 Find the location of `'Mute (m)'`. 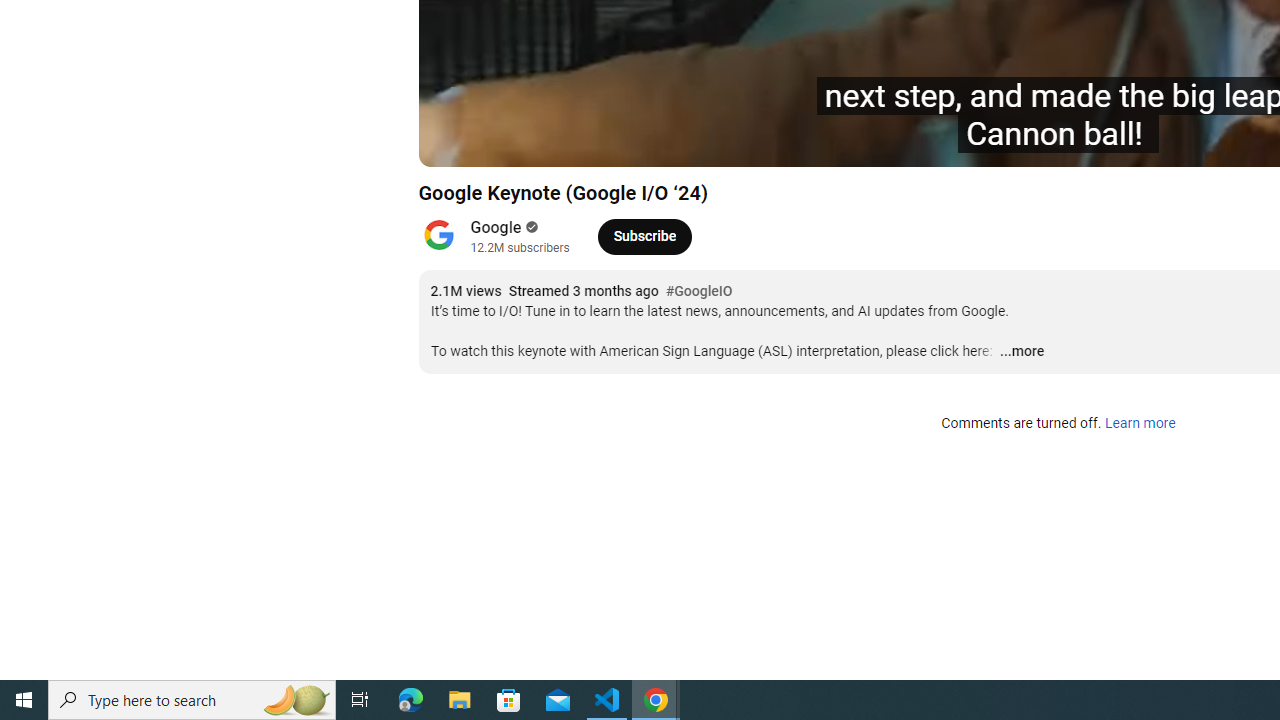

'Mute (m)' is located at coordinates (548, 141).